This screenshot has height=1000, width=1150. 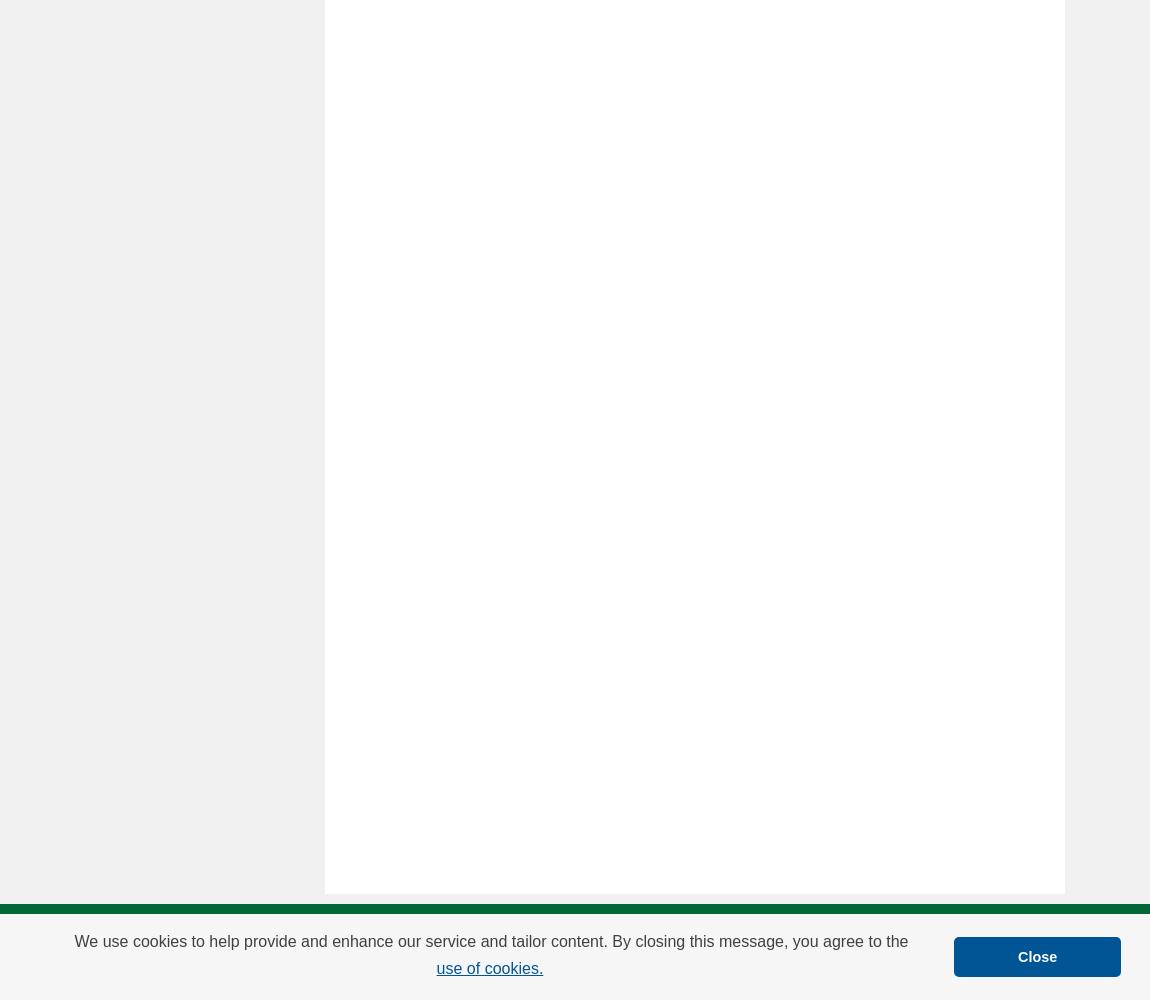 I want to click on 'Login/Sign Up', so click(x=405, y=939).